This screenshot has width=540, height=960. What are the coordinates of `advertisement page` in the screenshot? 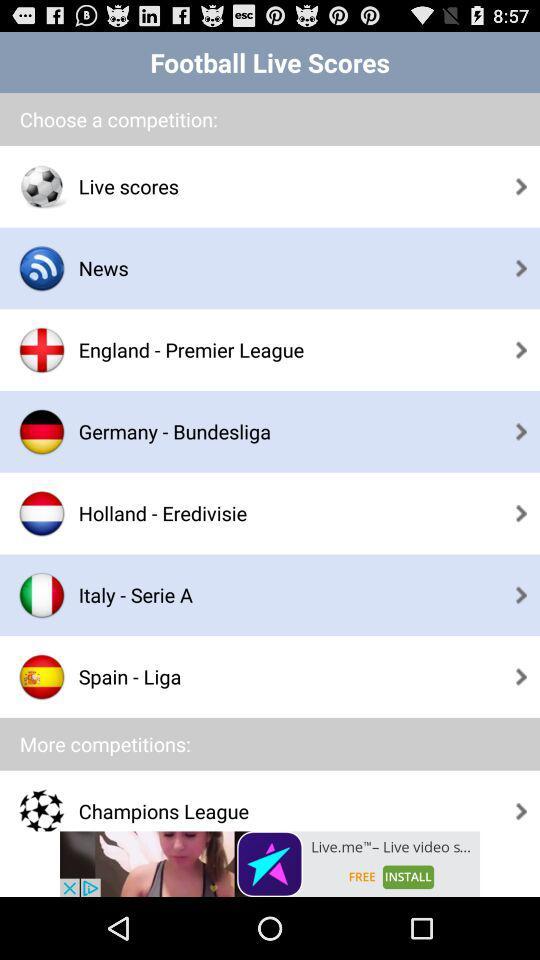 It's located at (270, 863).